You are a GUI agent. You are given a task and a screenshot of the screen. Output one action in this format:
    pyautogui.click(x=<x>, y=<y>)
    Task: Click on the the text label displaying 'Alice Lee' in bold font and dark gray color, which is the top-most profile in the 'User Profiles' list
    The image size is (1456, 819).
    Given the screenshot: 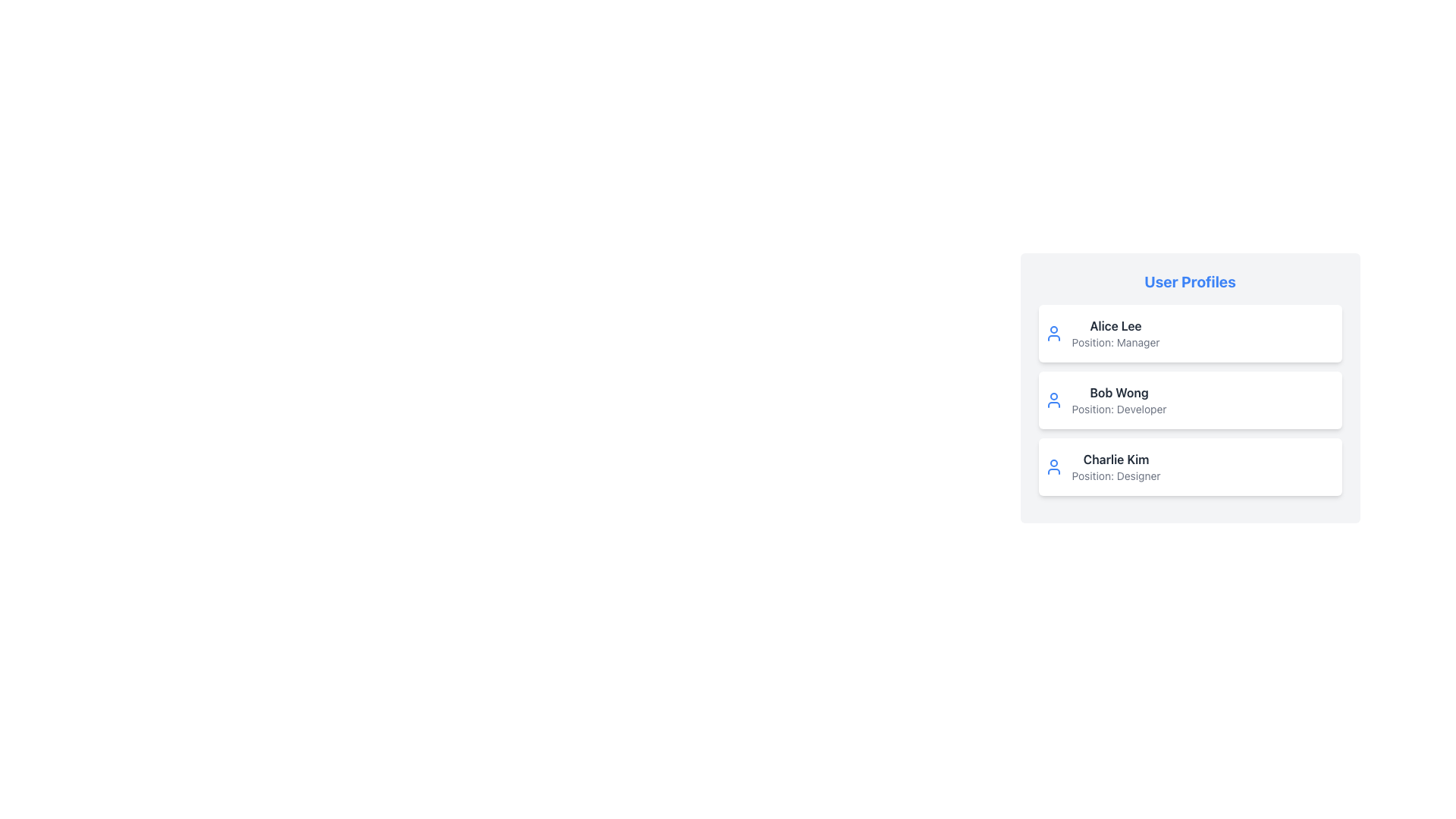 What is the action you would take?
    pyautogui.click(x=1116, y=325)
    